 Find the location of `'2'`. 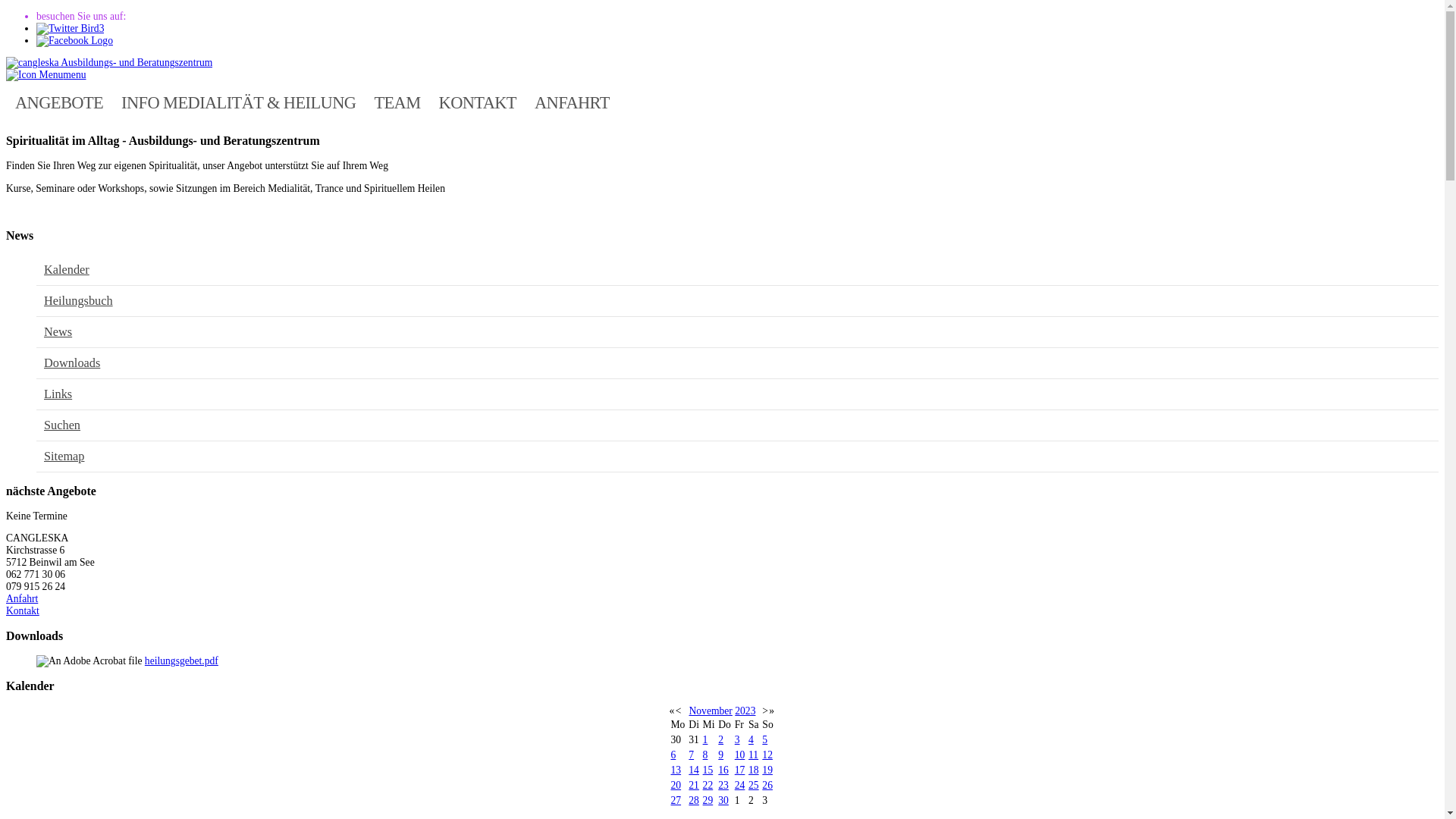

'2' is located at coordinates (717, 739).